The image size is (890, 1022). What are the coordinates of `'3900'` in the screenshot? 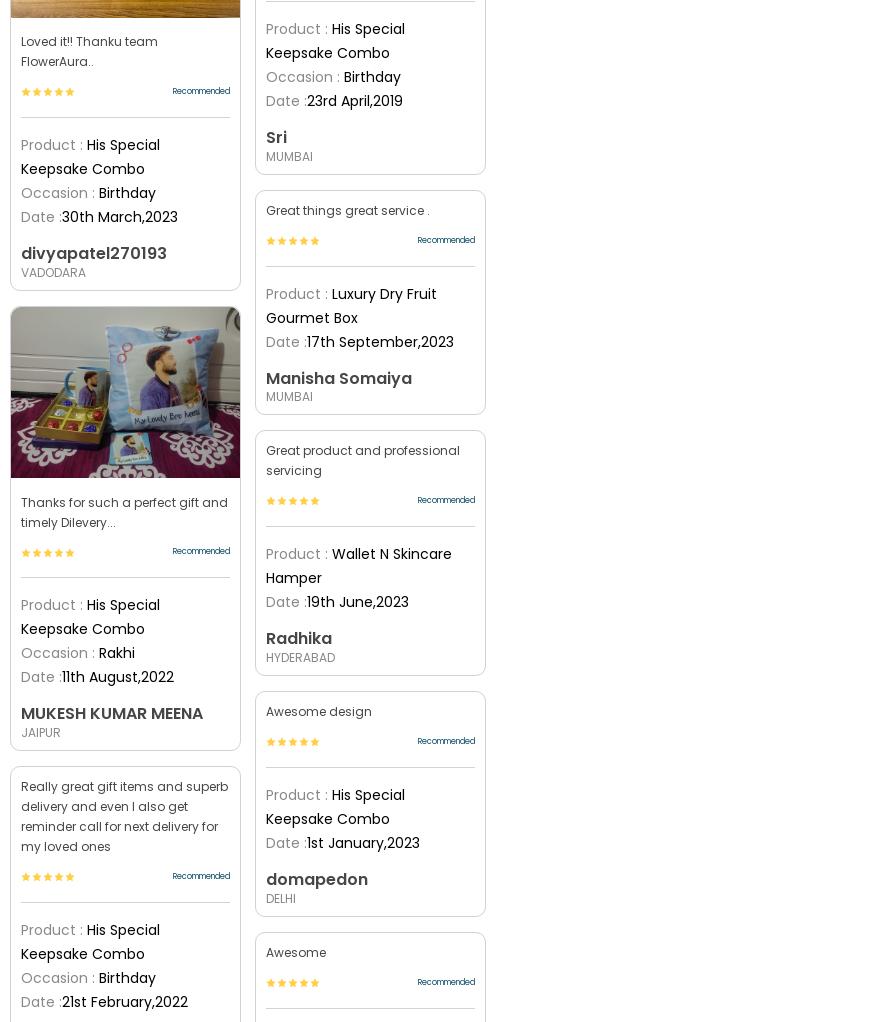 It's located at (295, 551).